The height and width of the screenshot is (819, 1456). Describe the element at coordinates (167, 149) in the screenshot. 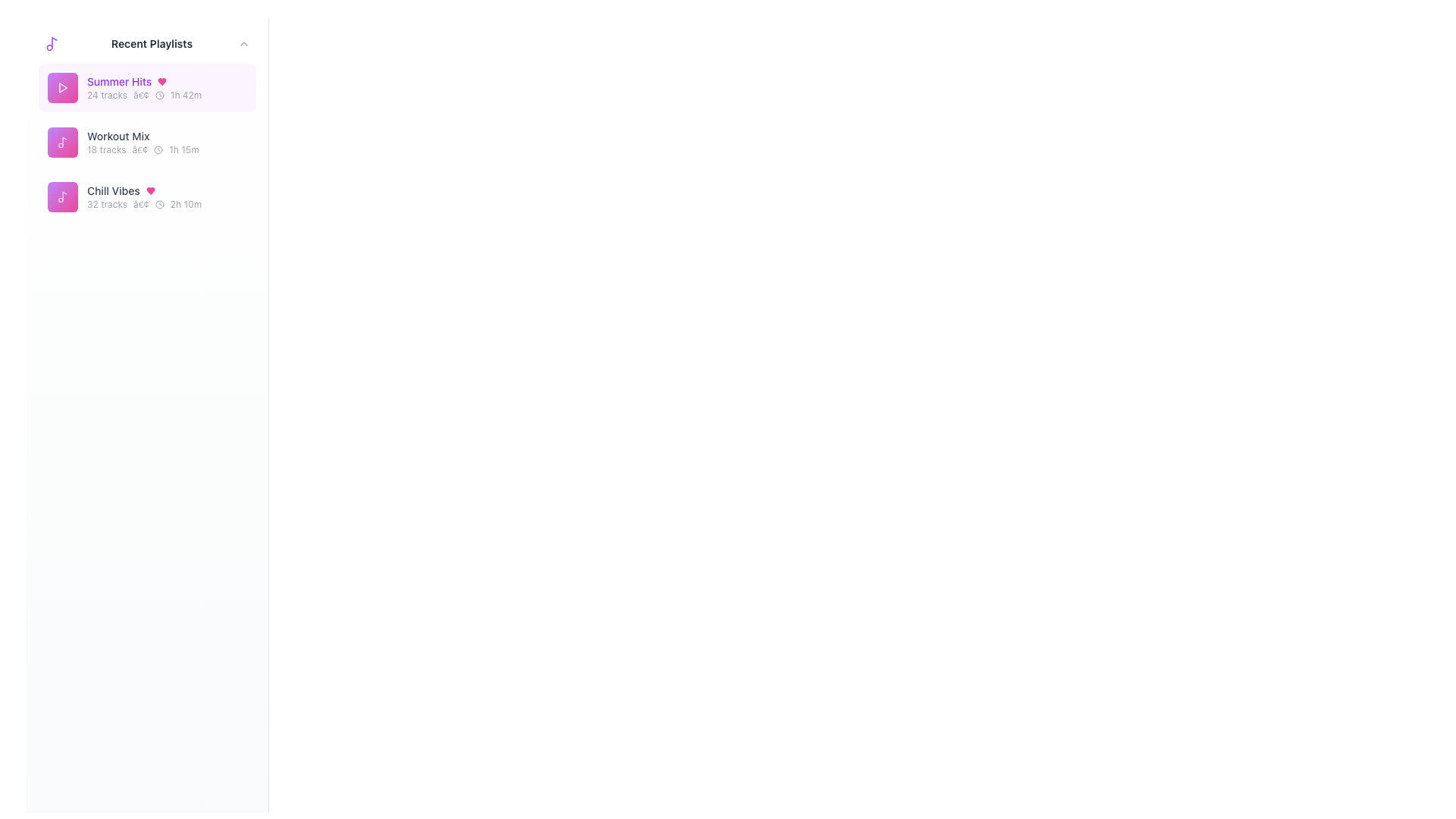

I see `information displayed in the text label with icon that shows '18 tracks • 1h 15m', located below the 'Workout Mix' header in the playlist` at that location.